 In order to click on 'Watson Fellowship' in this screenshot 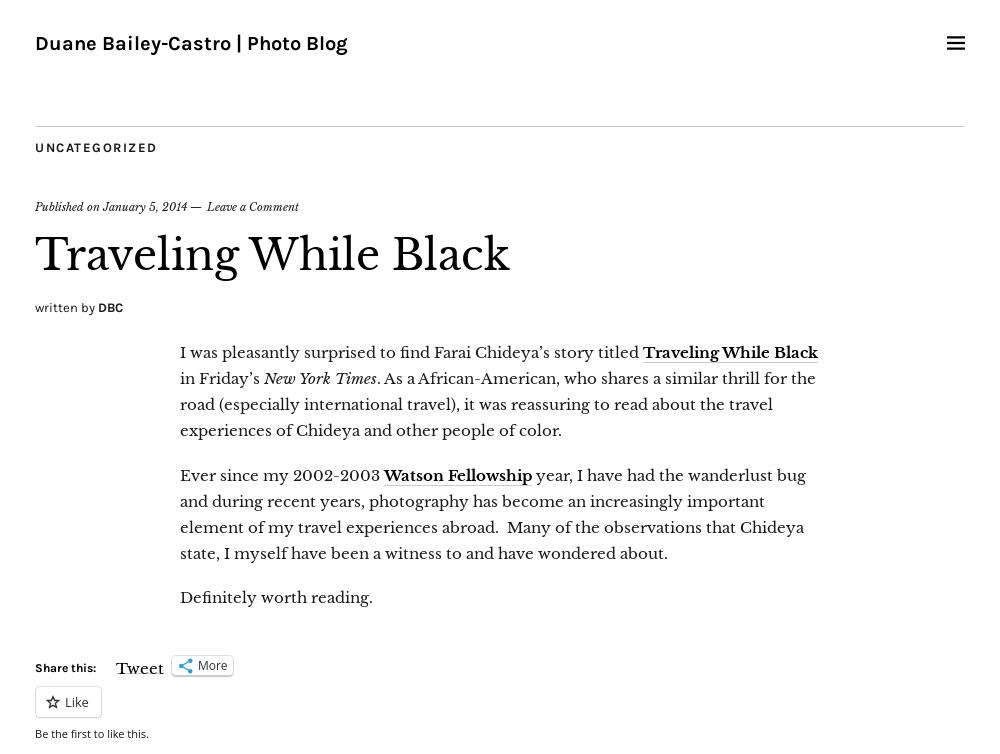, I will do `click(457, 474)`.